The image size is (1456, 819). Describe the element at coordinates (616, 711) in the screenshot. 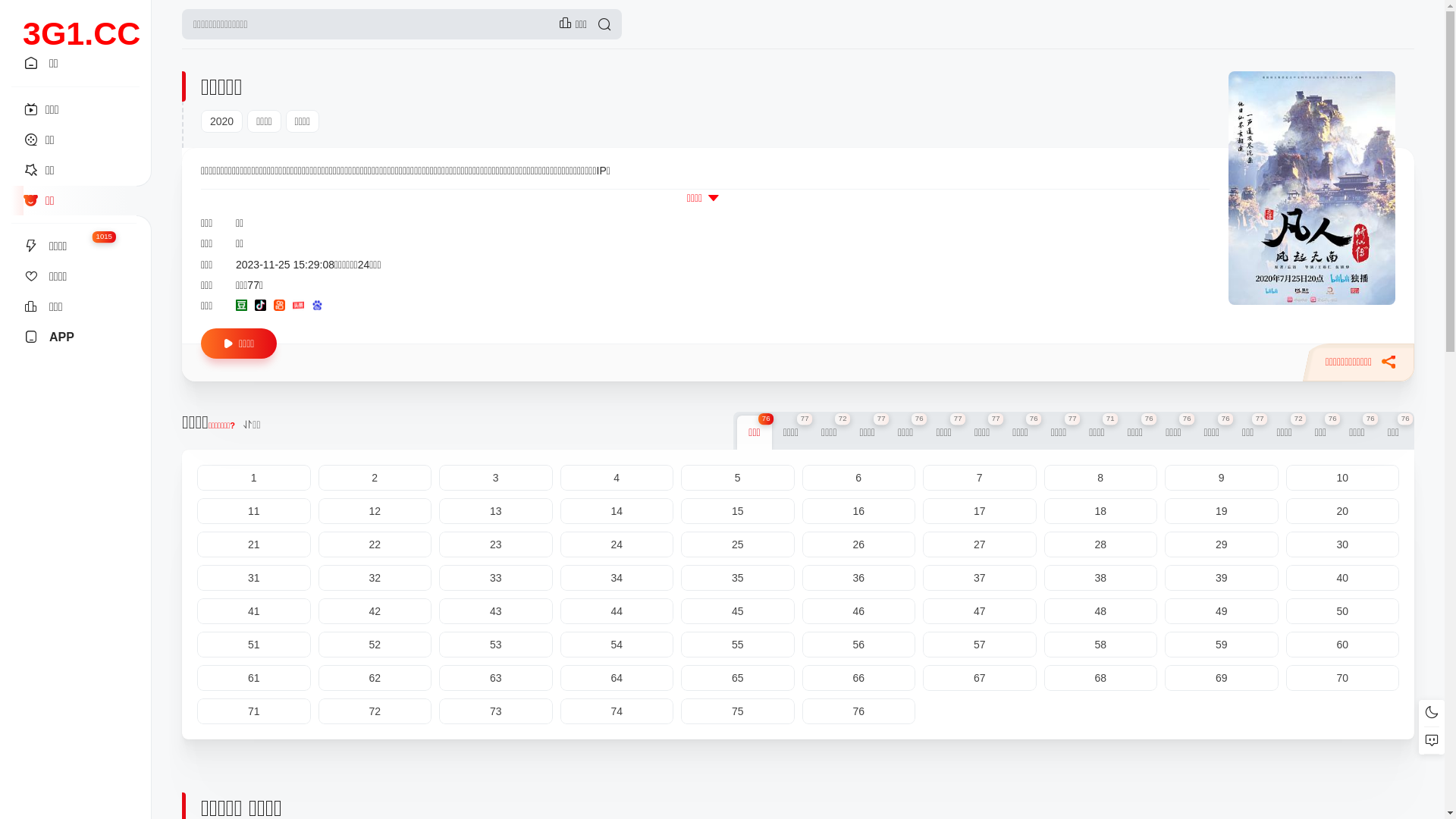

I see `'74'` at that location.